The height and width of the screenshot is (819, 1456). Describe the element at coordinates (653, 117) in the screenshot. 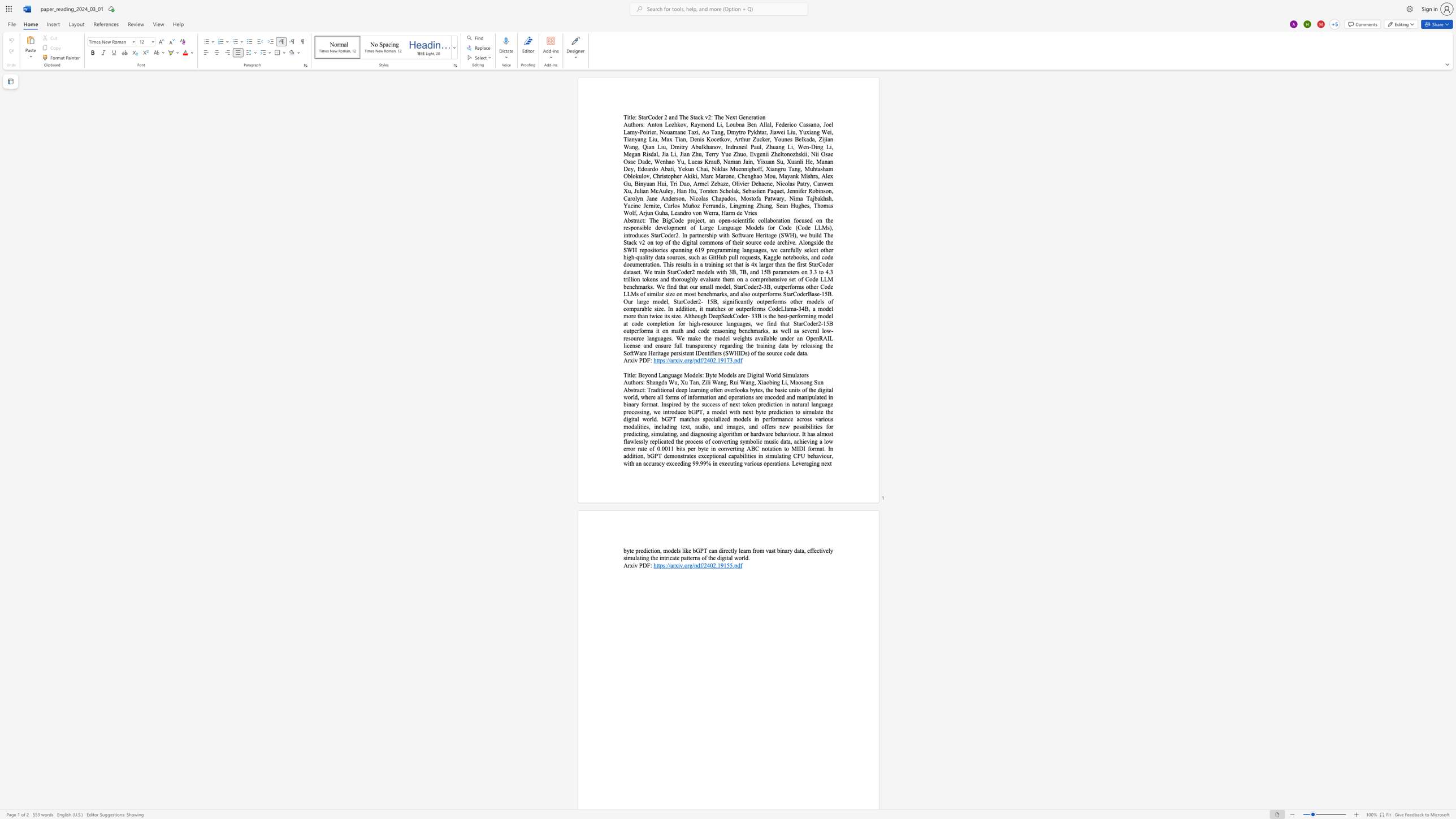

I see `the 1th character "o" in the text` at that location.